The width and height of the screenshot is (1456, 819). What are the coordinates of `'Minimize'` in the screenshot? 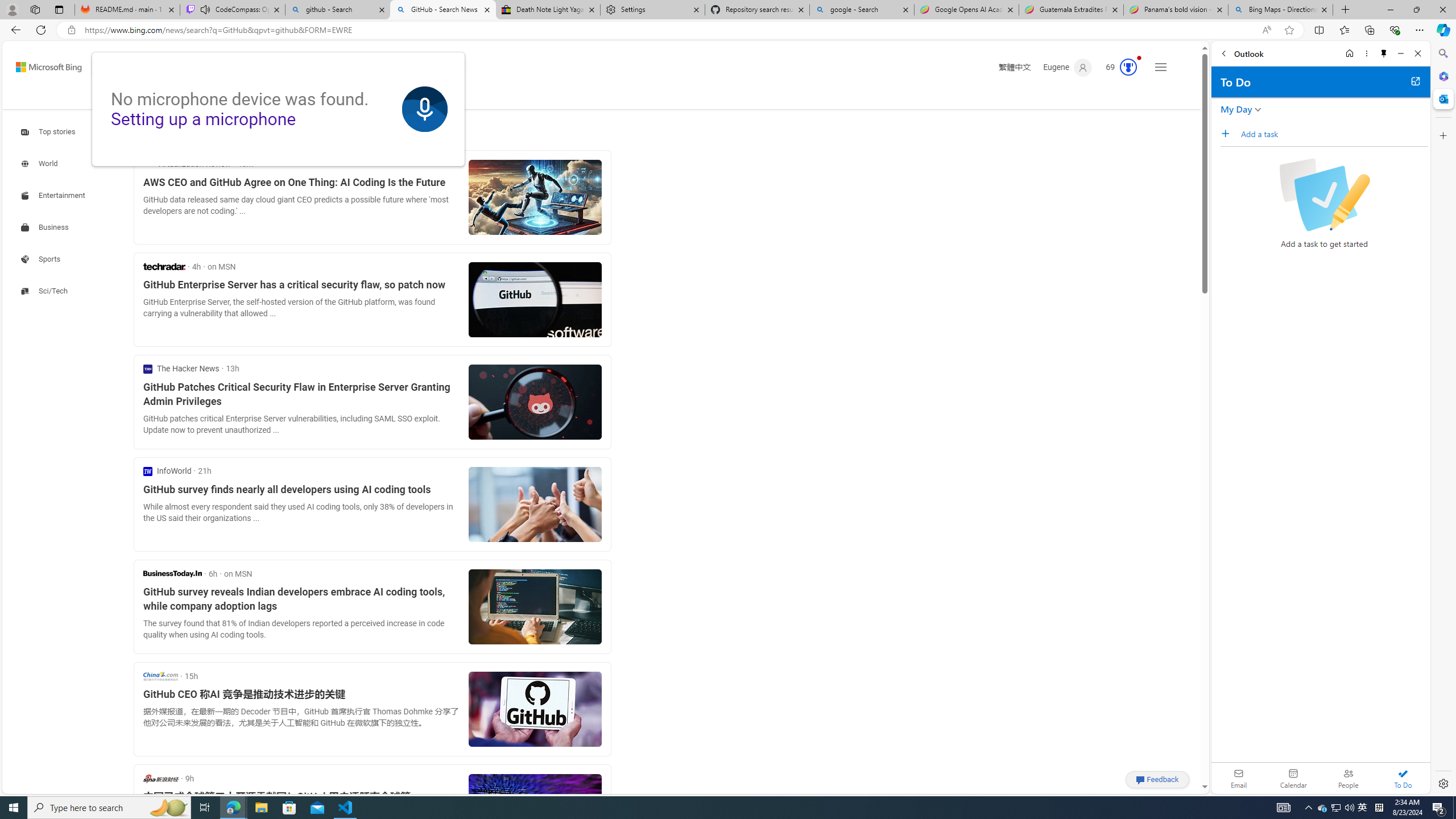 It's located at (1401, 53).